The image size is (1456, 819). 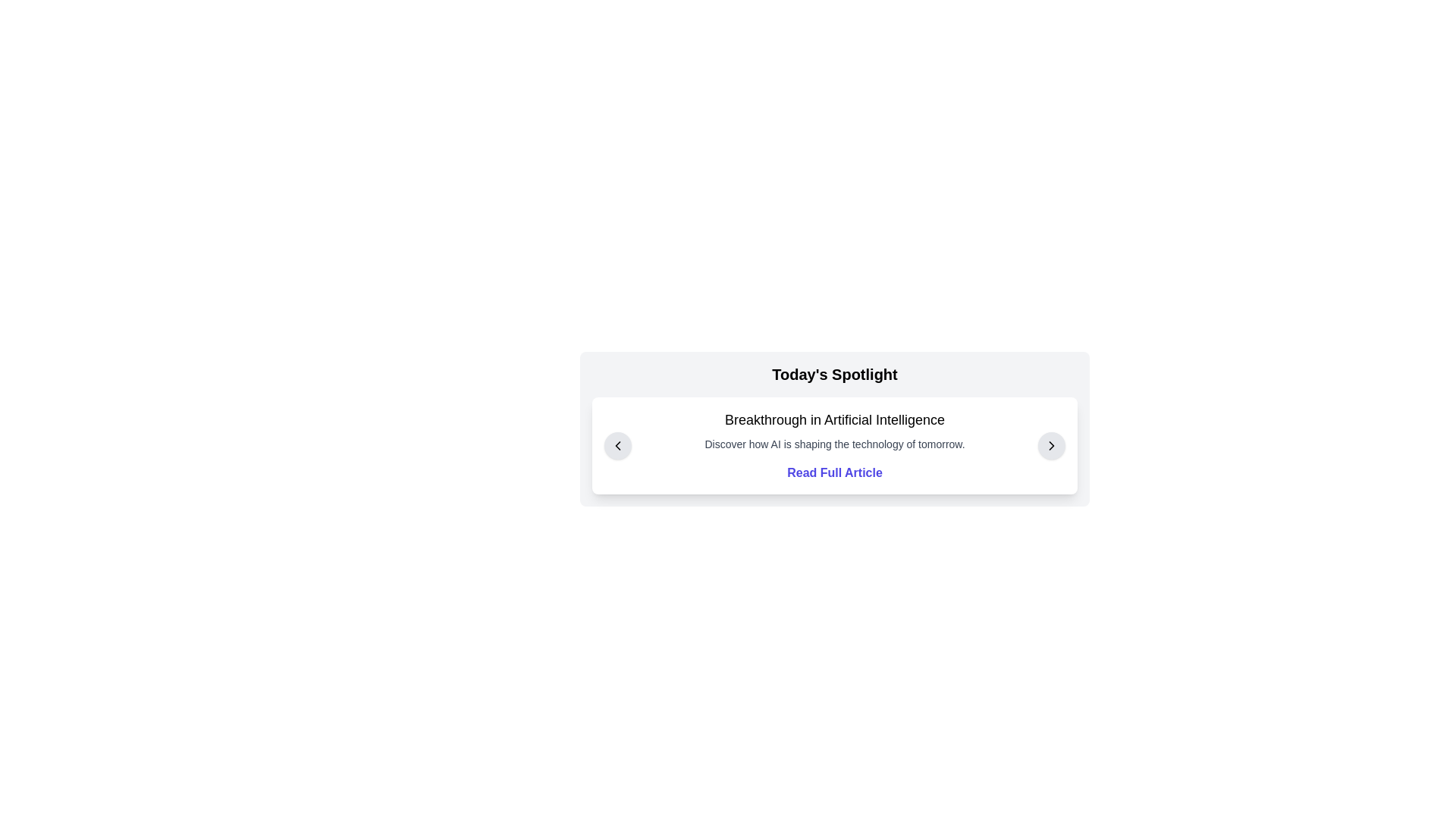 What do you see at coordinates (833, 472) in the screenshot?
I see `the hyperlink at the bottom of the 'Today's Spotlight' card` at bounding box center [833, 472].